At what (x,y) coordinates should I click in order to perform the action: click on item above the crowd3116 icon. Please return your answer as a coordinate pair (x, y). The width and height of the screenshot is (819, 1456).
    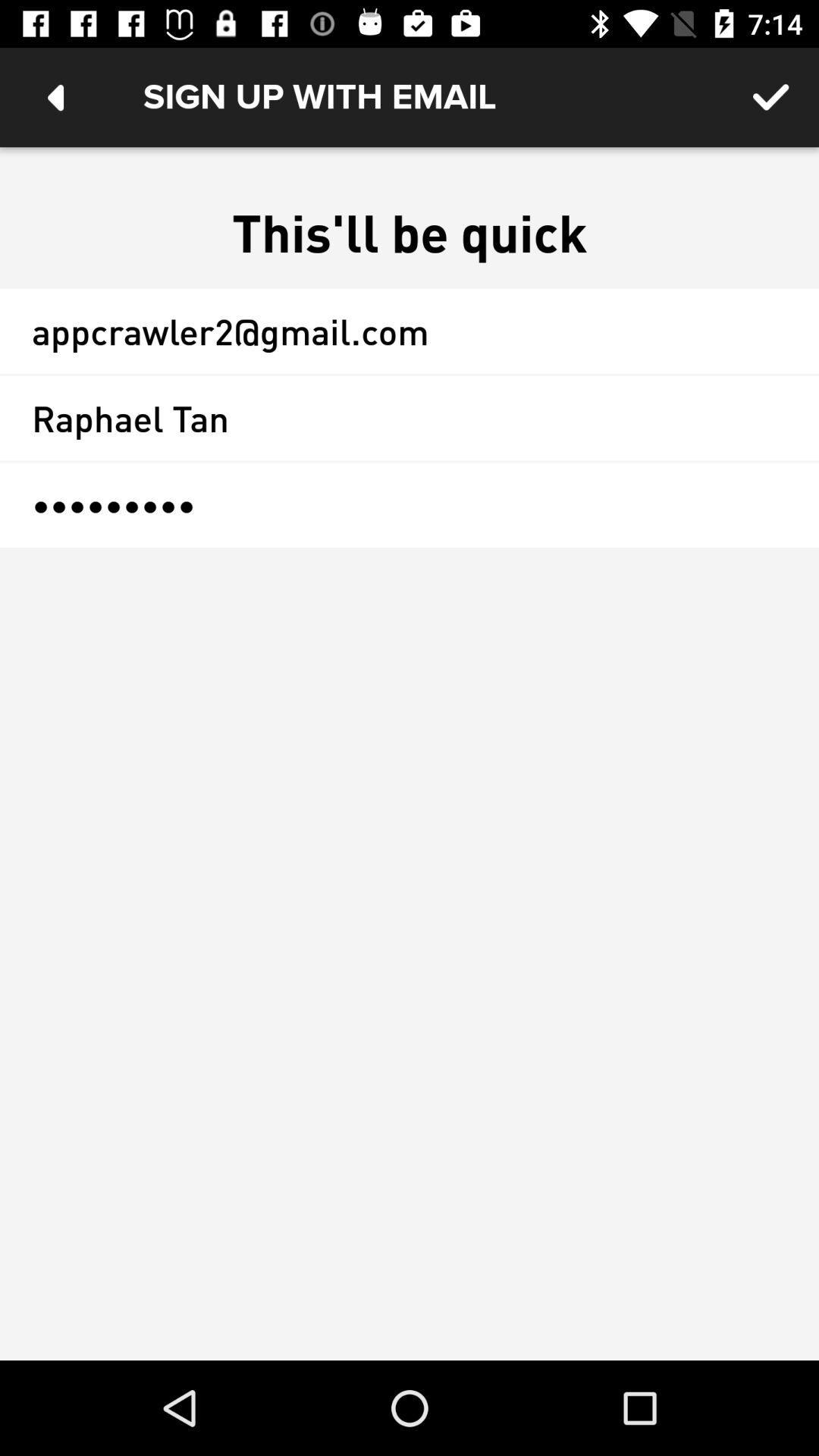
    Looking at the image, I should click on (409, 418).